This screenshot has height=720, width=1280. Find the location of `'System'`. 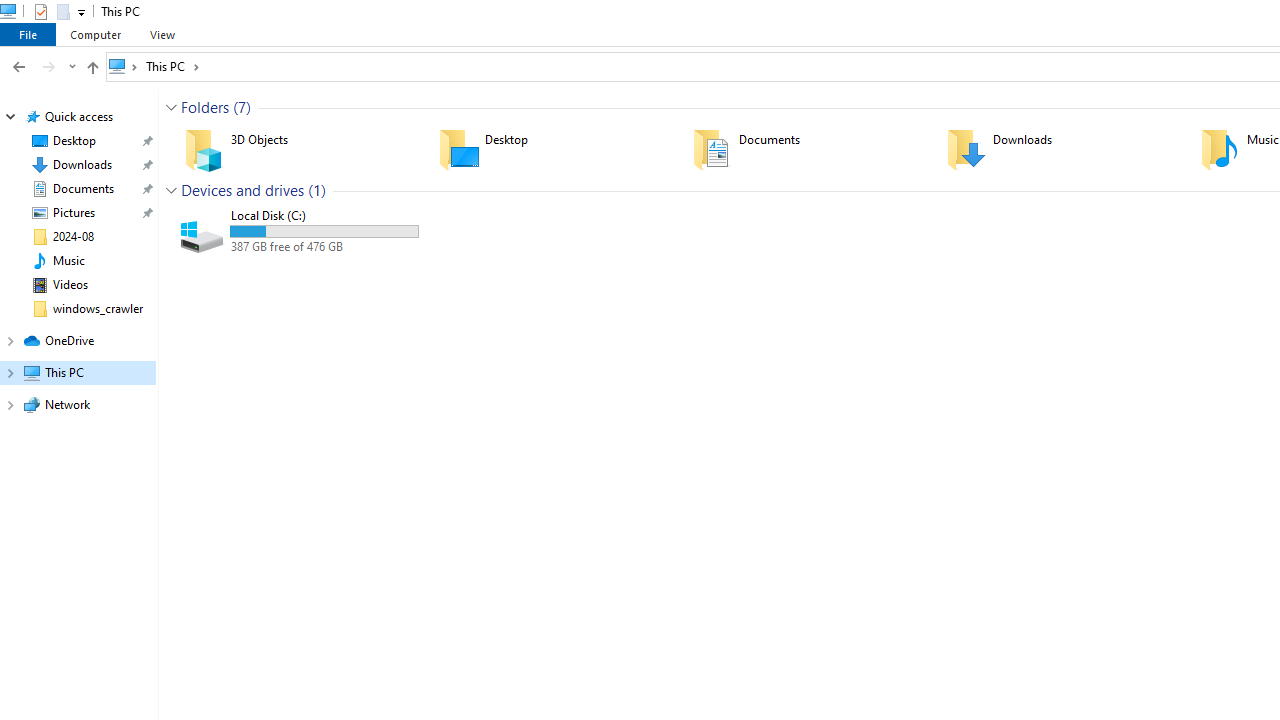

'System' is located at coordinates (10, 11).